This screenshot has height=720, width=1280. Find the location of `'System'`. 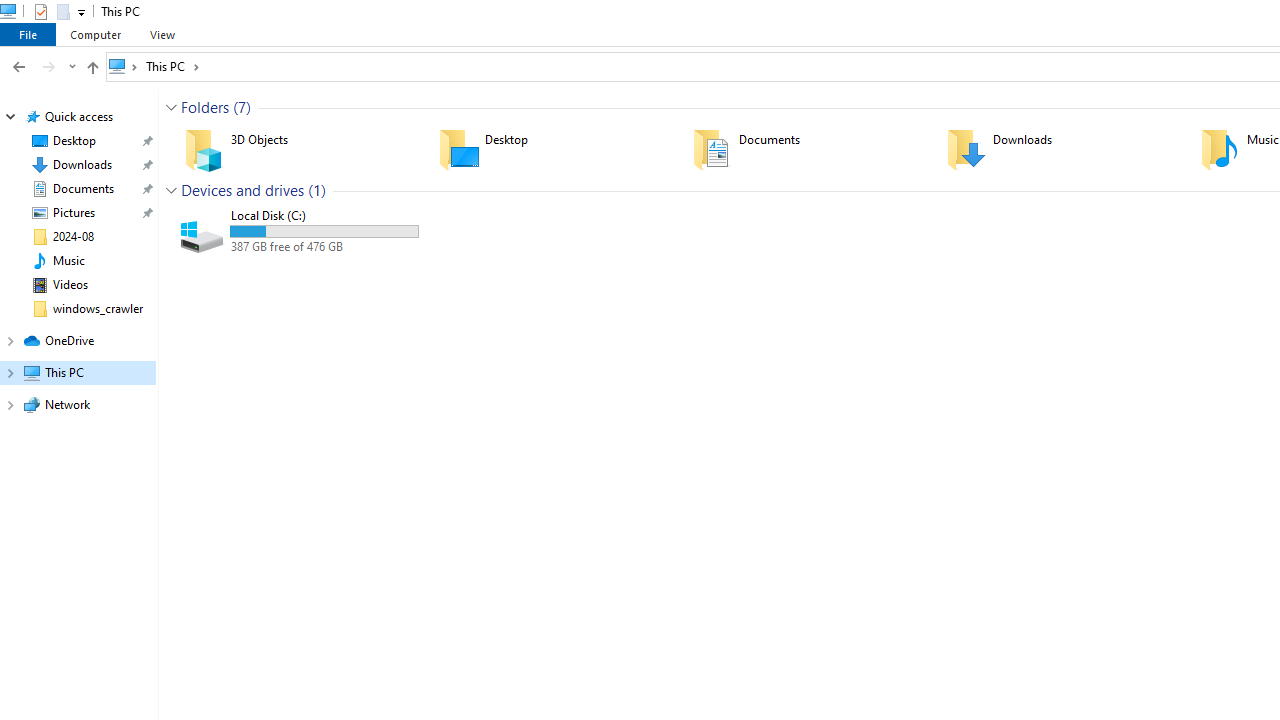

'System' is located at coordinates (10, 11).